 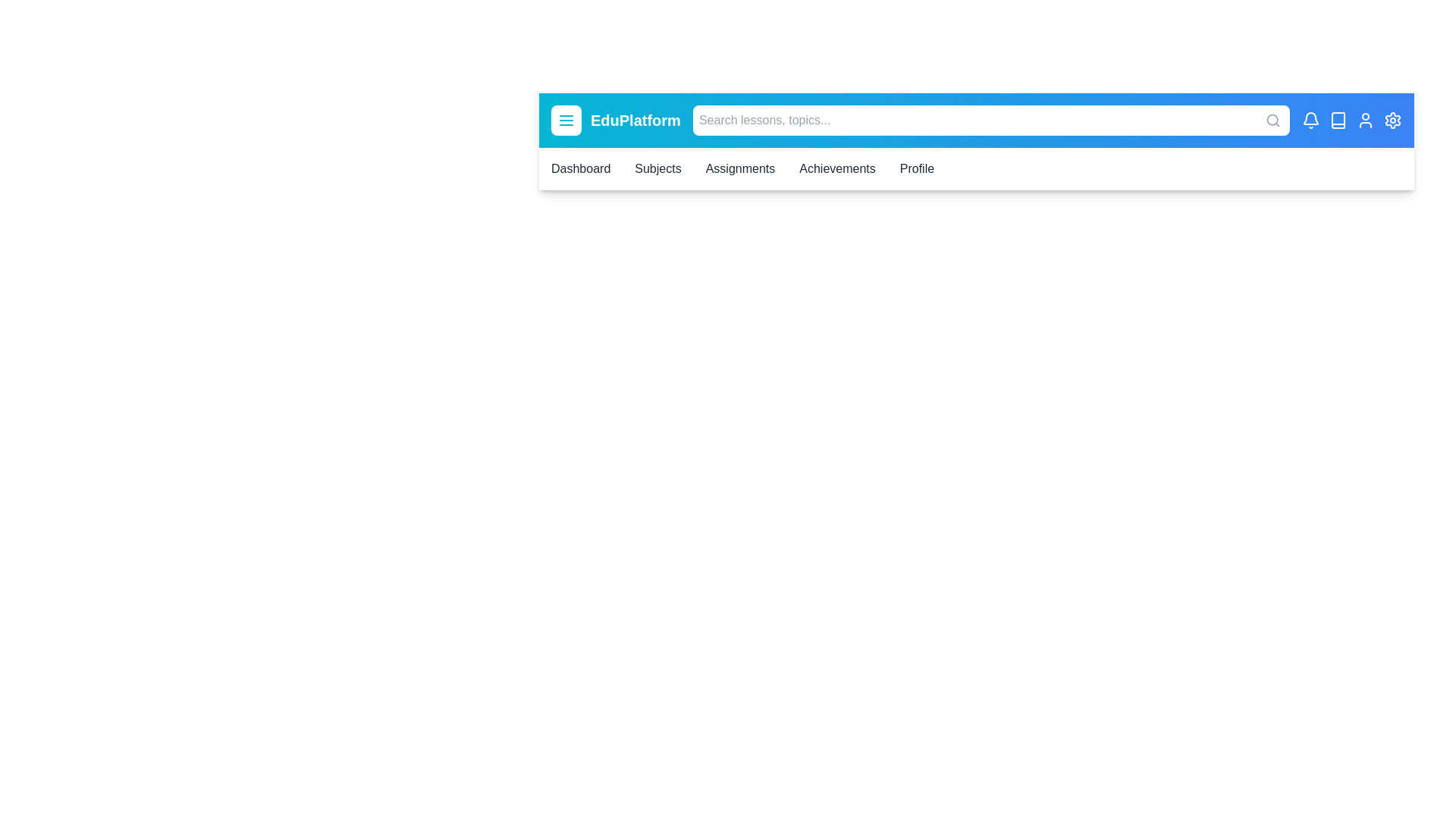 What do you see at coordinates (836, 169) in the screenshot?
I see `the Achievements link in the navigation bar to navigate to the corresponding section` at bounding box center [836, 169].